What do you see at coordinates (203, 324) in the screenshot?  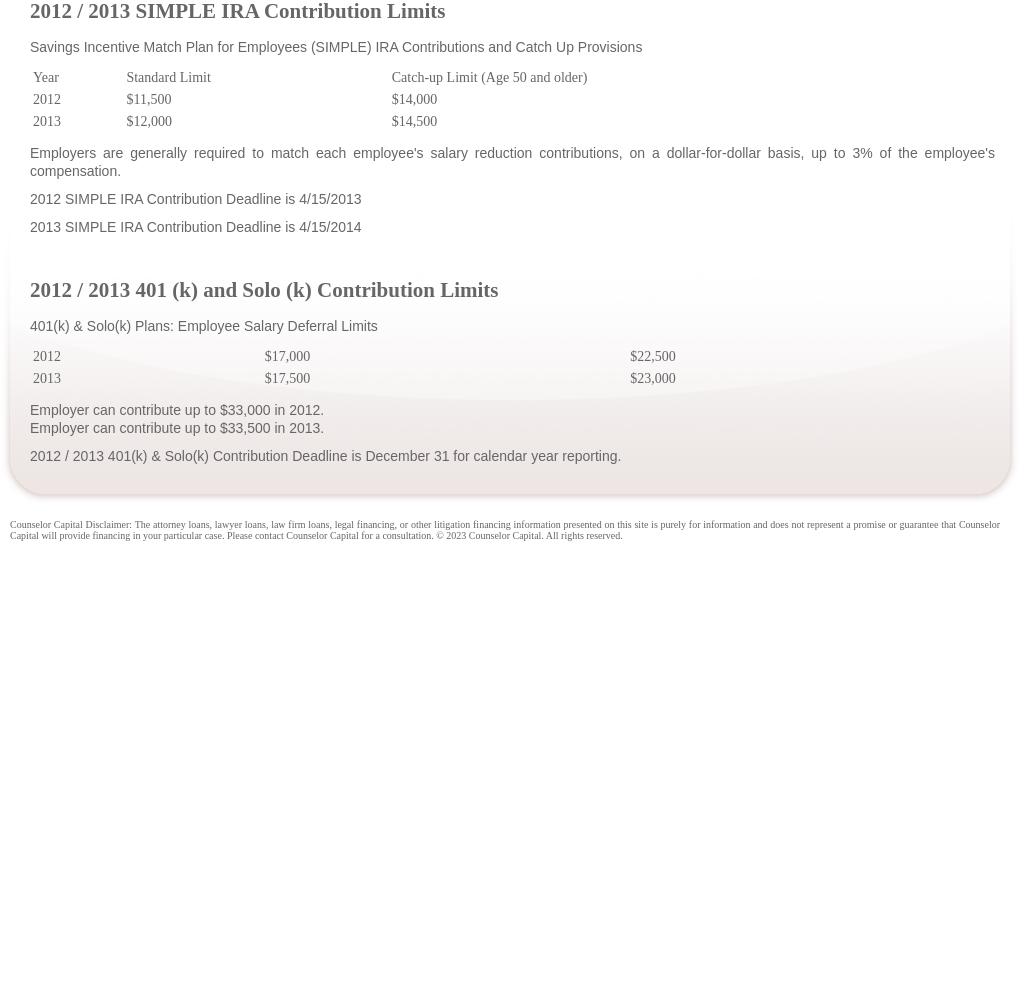 I see `'401(k) & Solo(k) Plans: Employee Salary Deferral Limits'` at bounding box center [203, 324].